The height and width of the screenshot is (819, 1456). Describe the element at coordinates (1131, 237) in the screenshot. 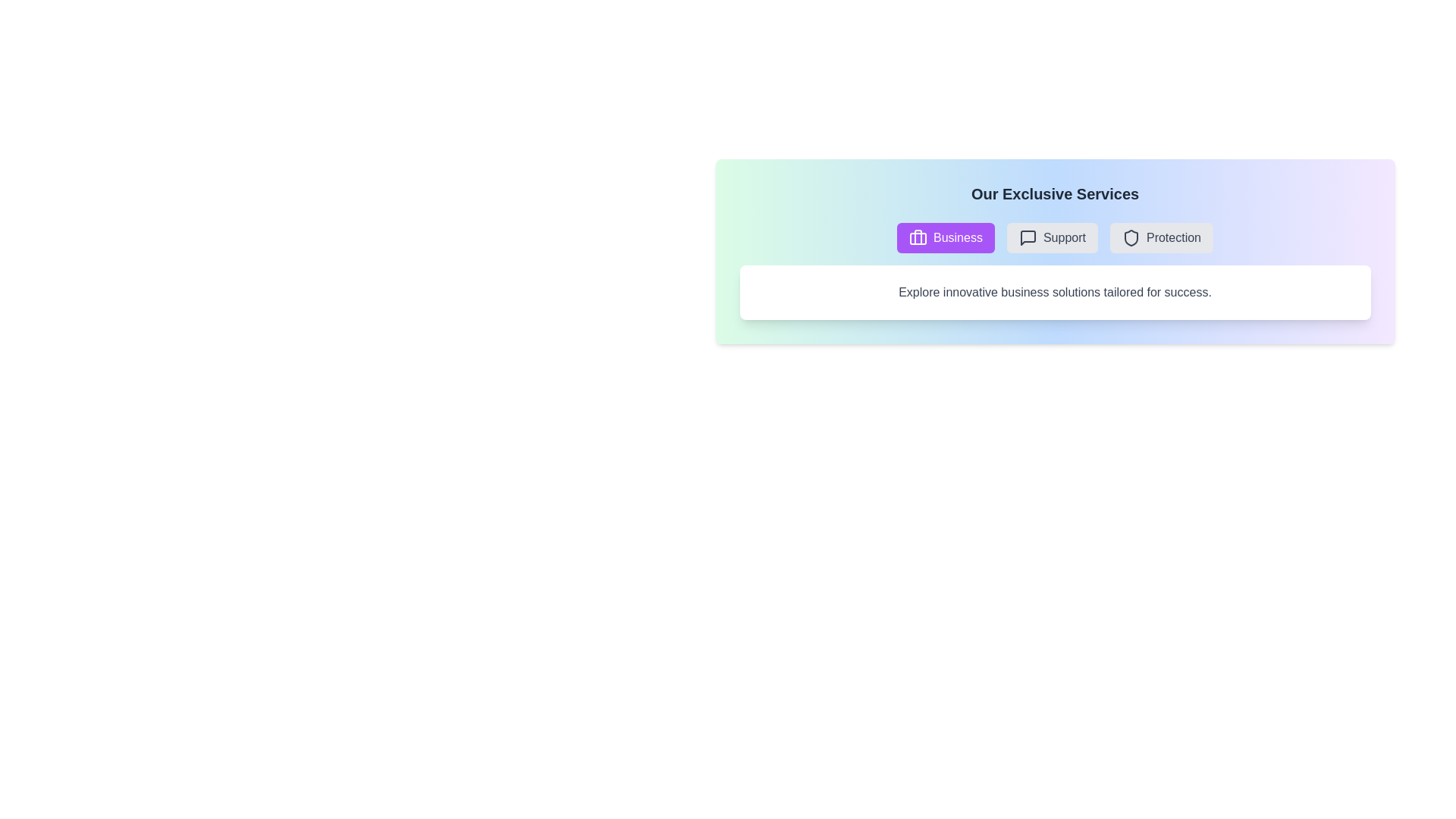

I see `the icon associated with the Protection tab` at that location.